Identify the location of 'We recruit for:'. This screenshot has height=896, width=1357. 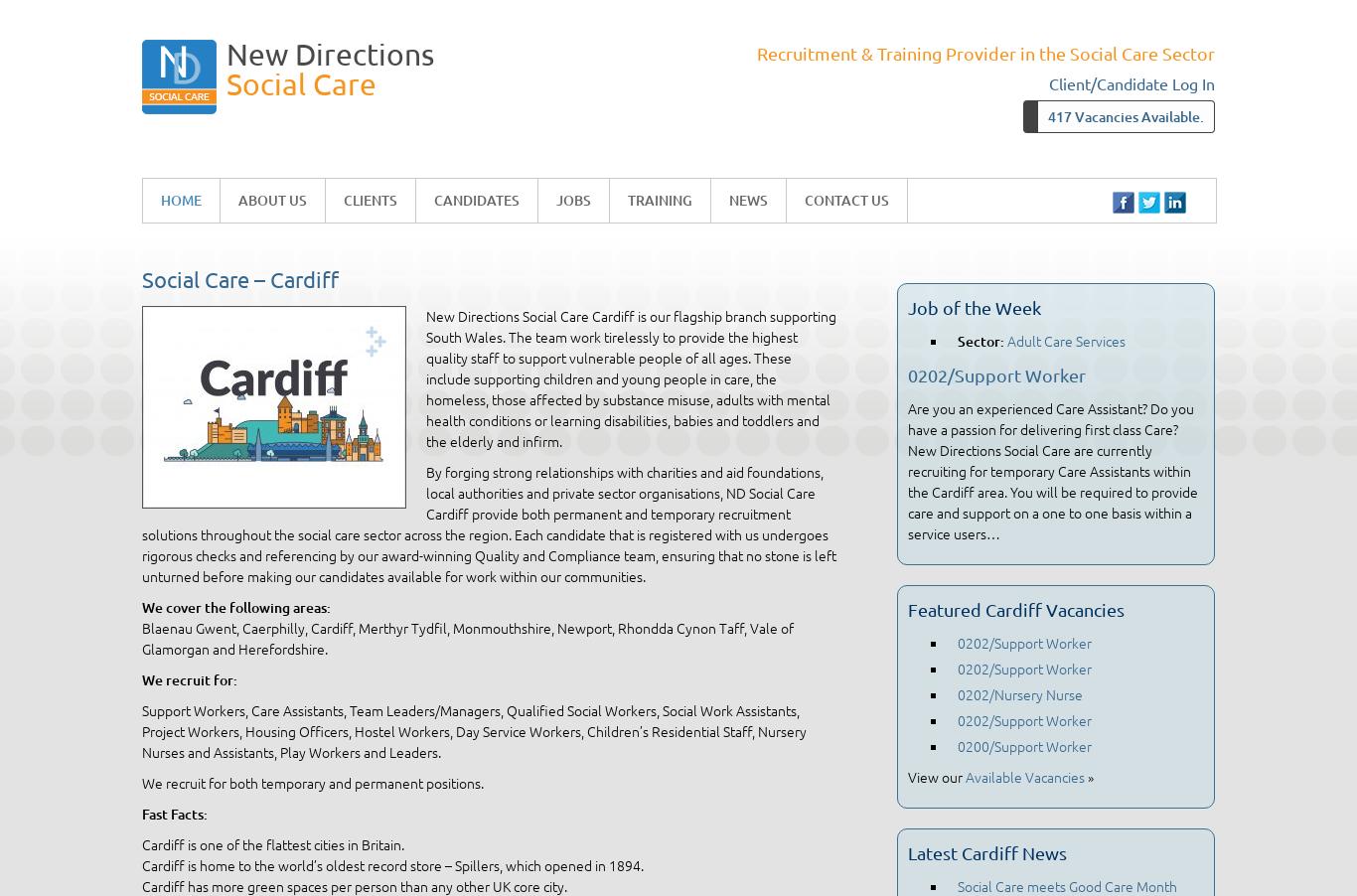
(188, 679).